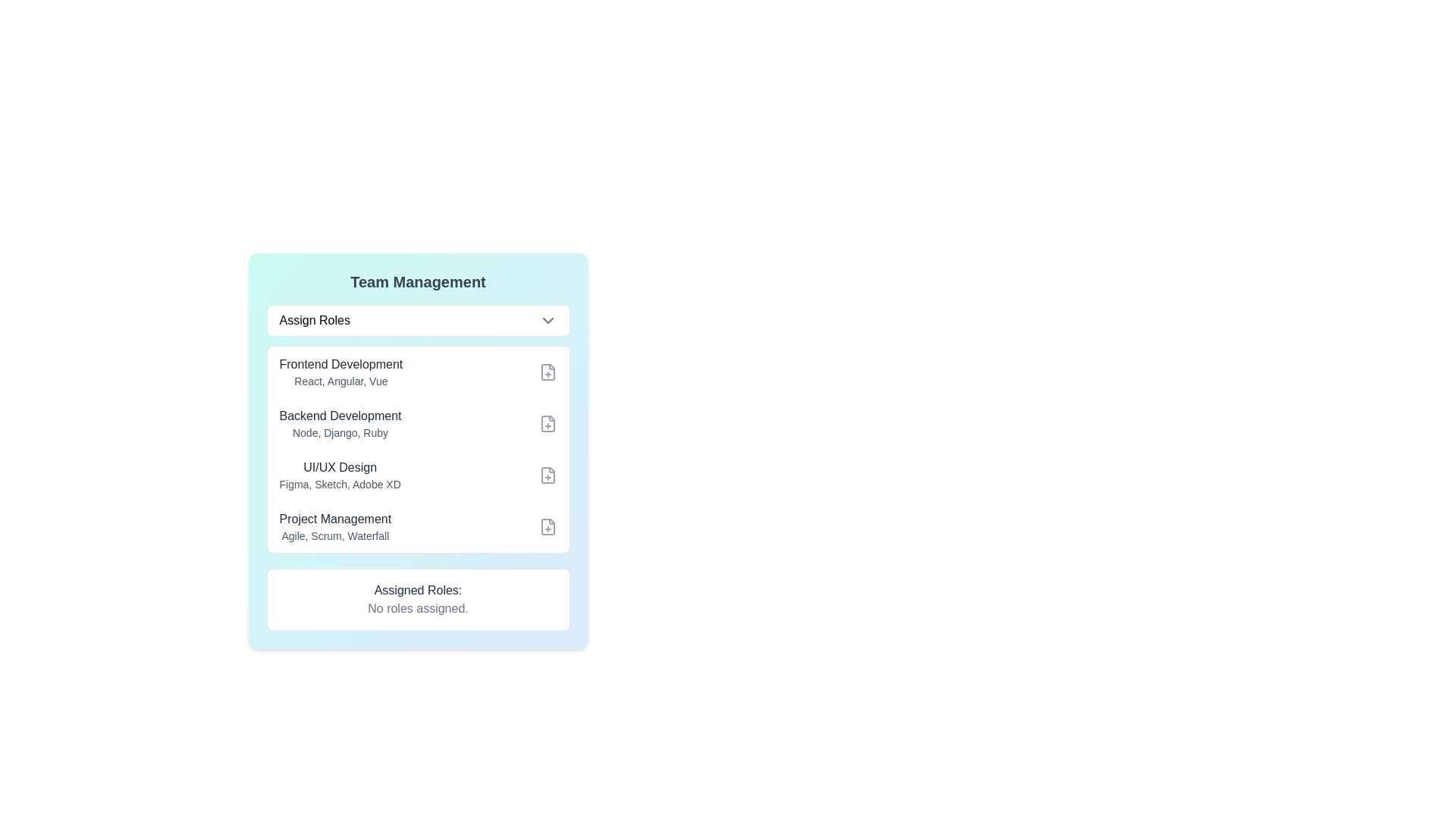  I want to click on the selectable list item displaying 'Frontend Development' in the 'Team Management' section, so click(418, 372).